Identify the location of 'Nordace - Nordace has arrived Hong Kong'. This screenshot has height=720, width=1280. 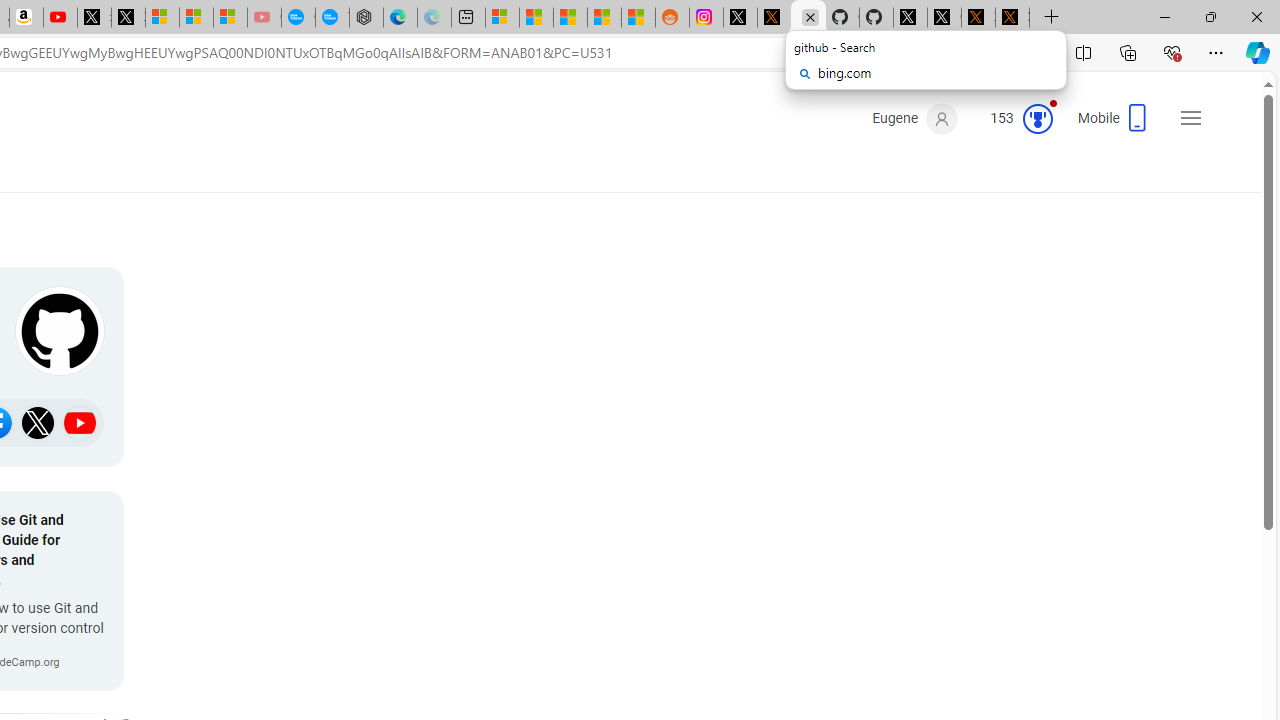
(366, 17).